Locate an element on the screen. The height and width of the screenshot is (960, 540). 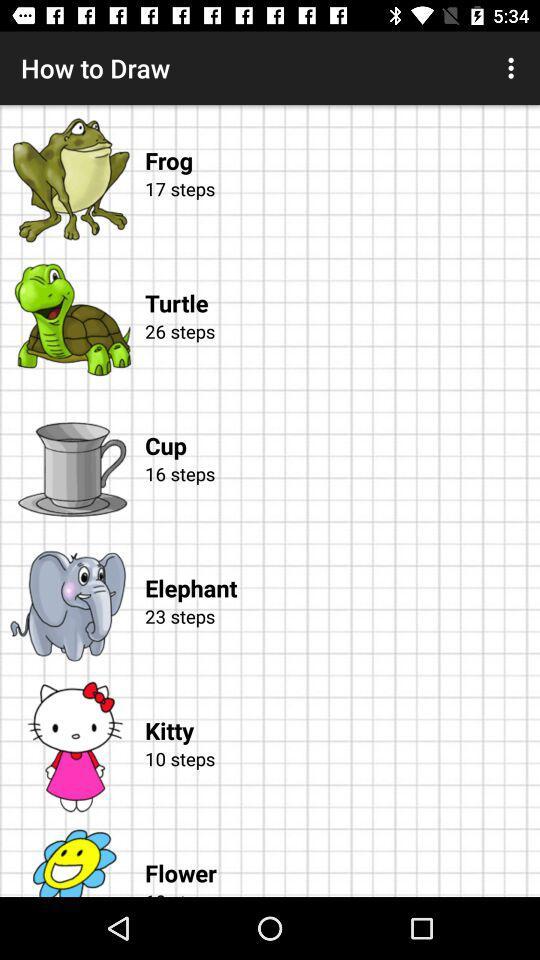
icon below turtle icon is located at coordinates (338, 354).